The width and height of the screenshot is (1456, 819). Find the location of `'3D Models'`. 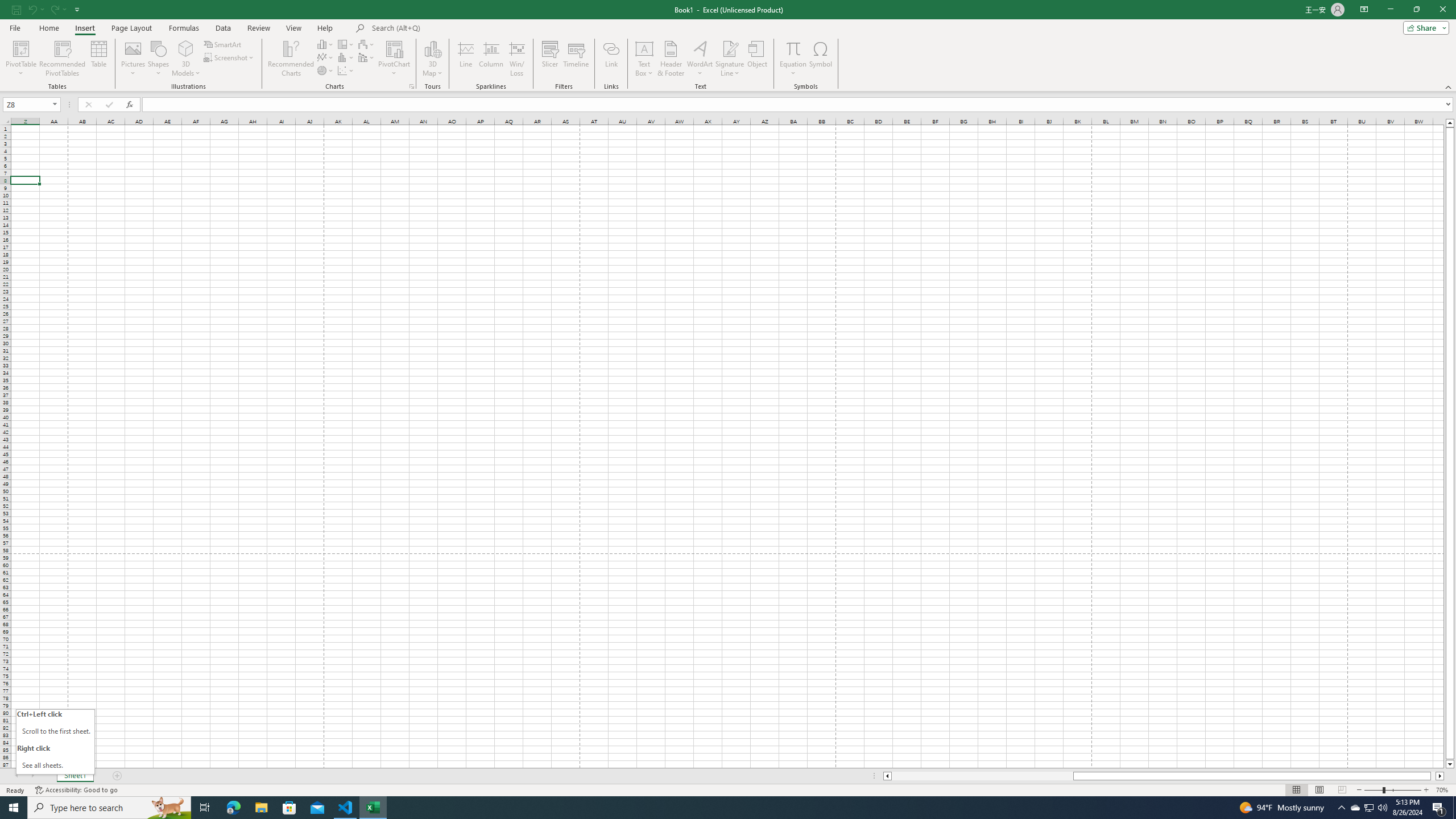

'3D Models' is located at coordinates (185, 48).